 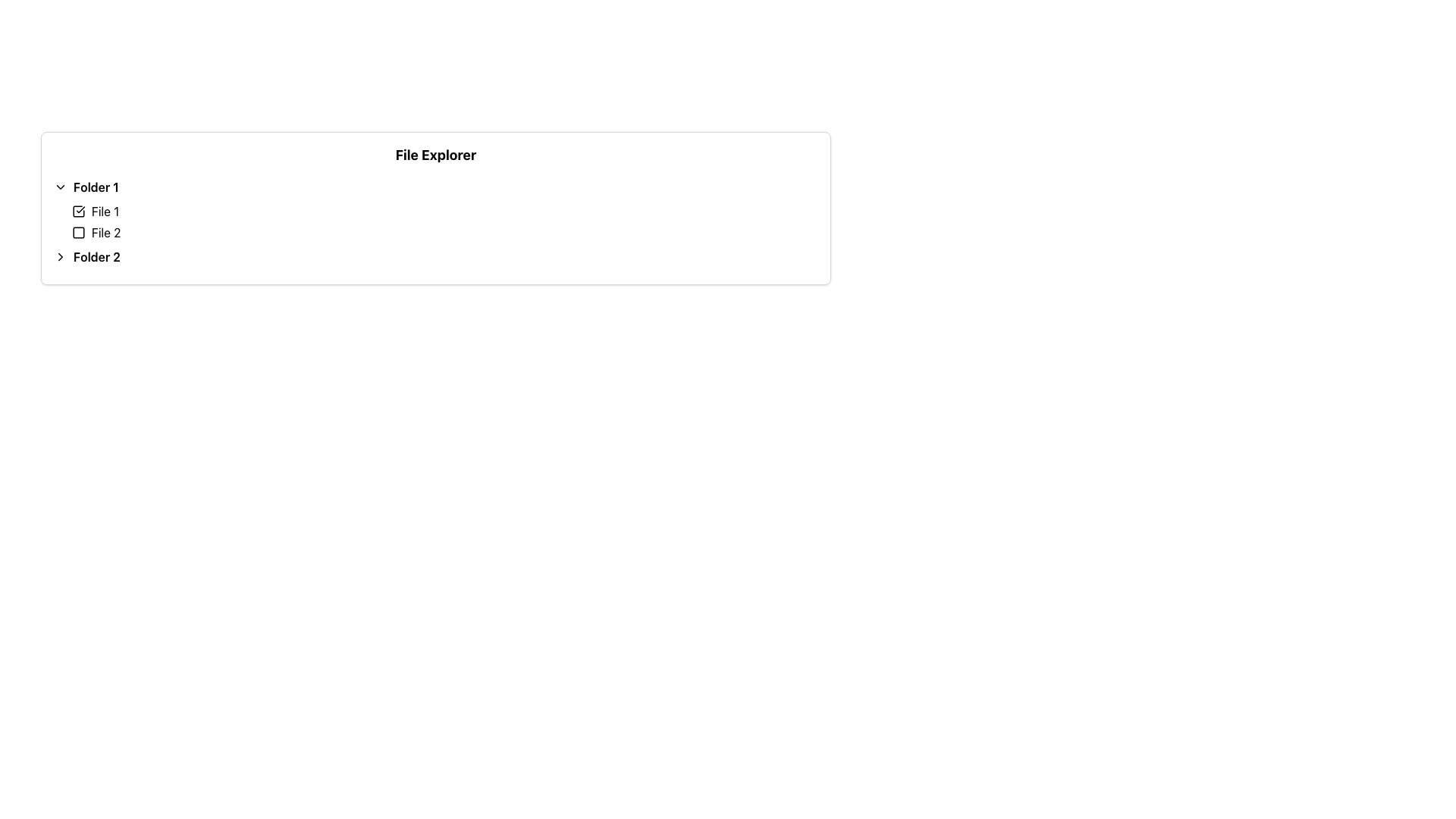 What do you see at coordinates (78, 211) in the screenshot?
I see `the Checkbox icon element, which is a square-shaped icon with a checkmark, located immediately to the left of the 'File 1' label` at bounding box center [78, 211].